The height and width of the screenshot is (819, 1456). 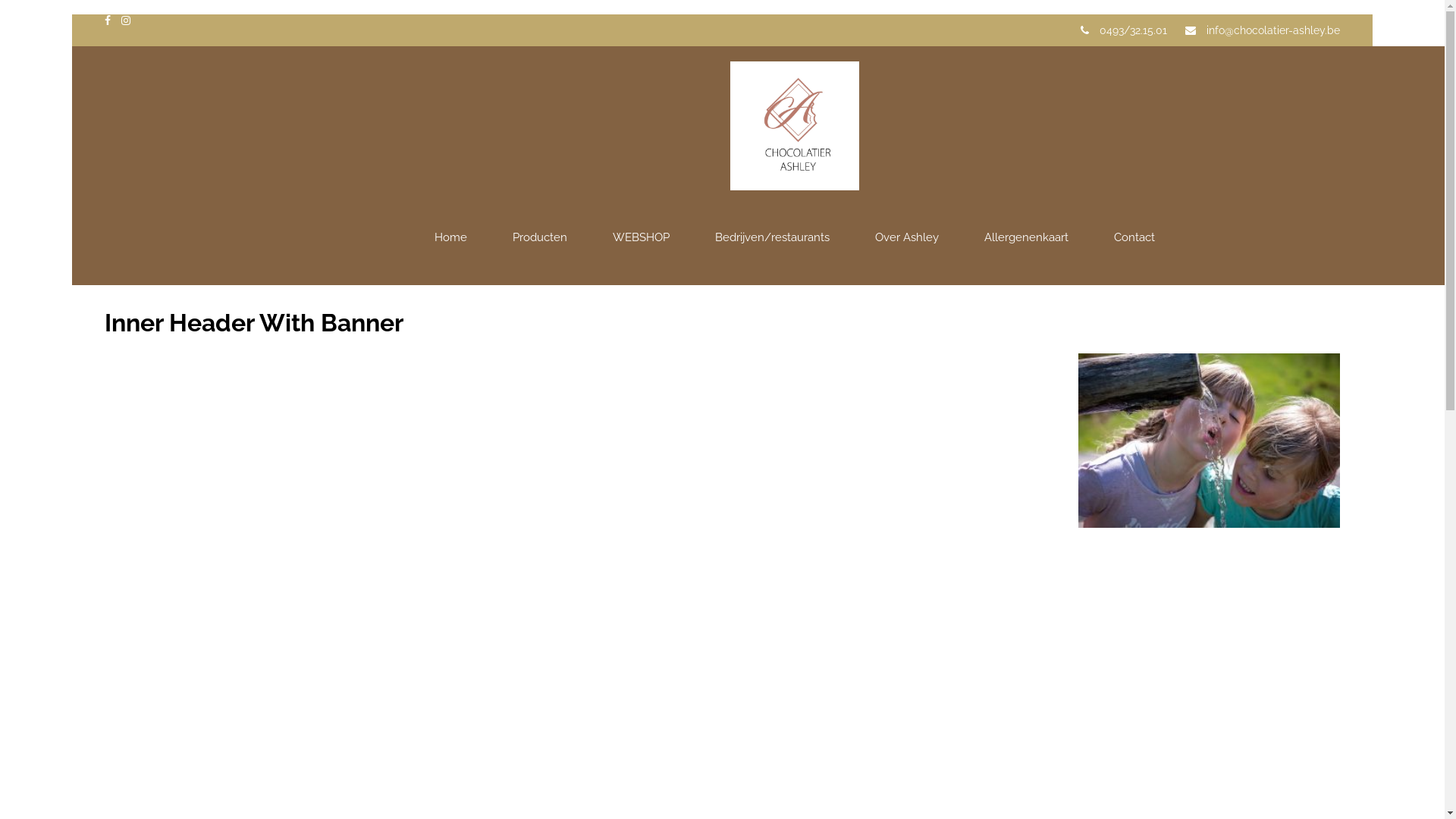 I want to click on 'facebook', so click(x=107, y=20).